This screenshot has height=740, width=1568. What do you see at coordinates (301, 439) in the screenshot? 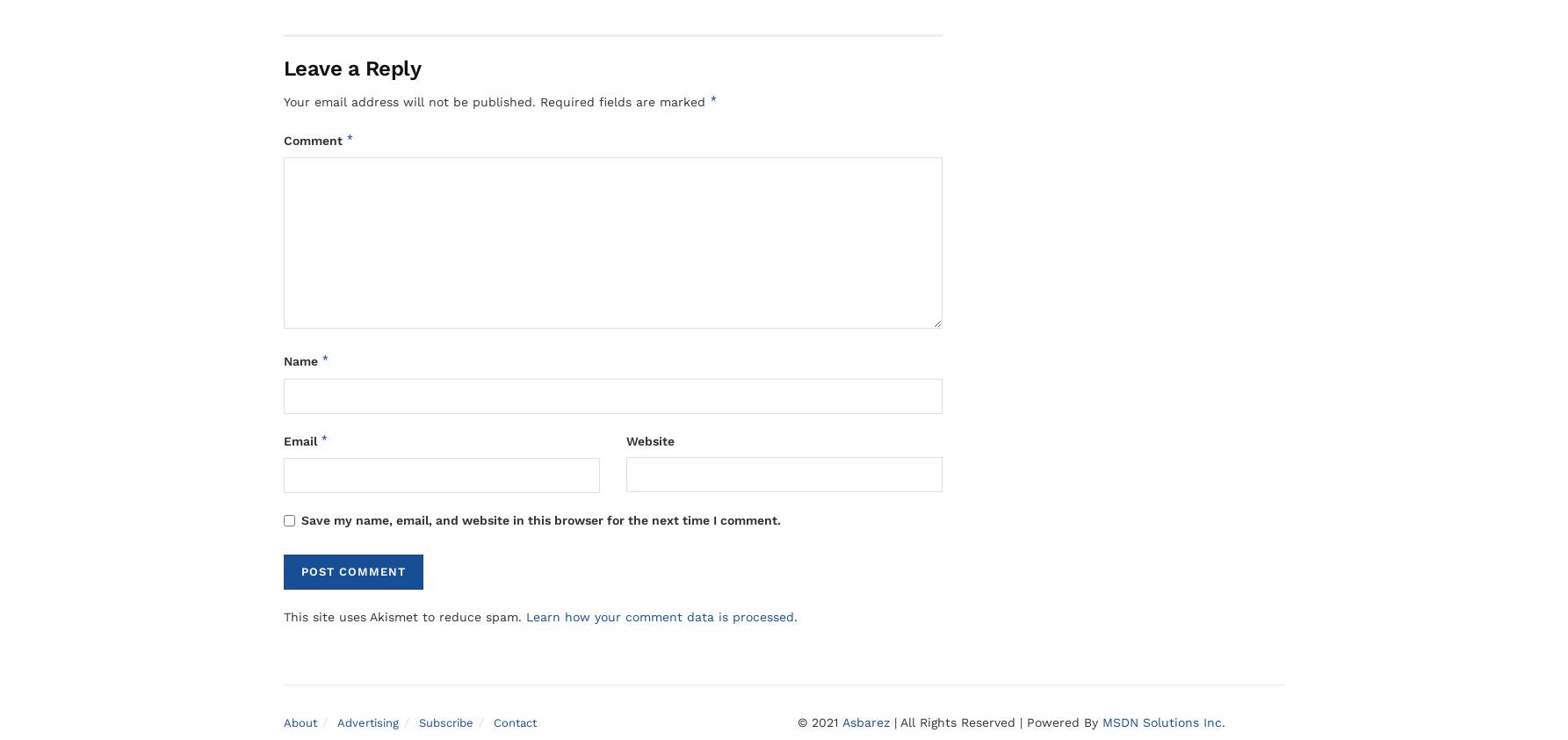
I see `'Email'` at bounding box center [301, 439].